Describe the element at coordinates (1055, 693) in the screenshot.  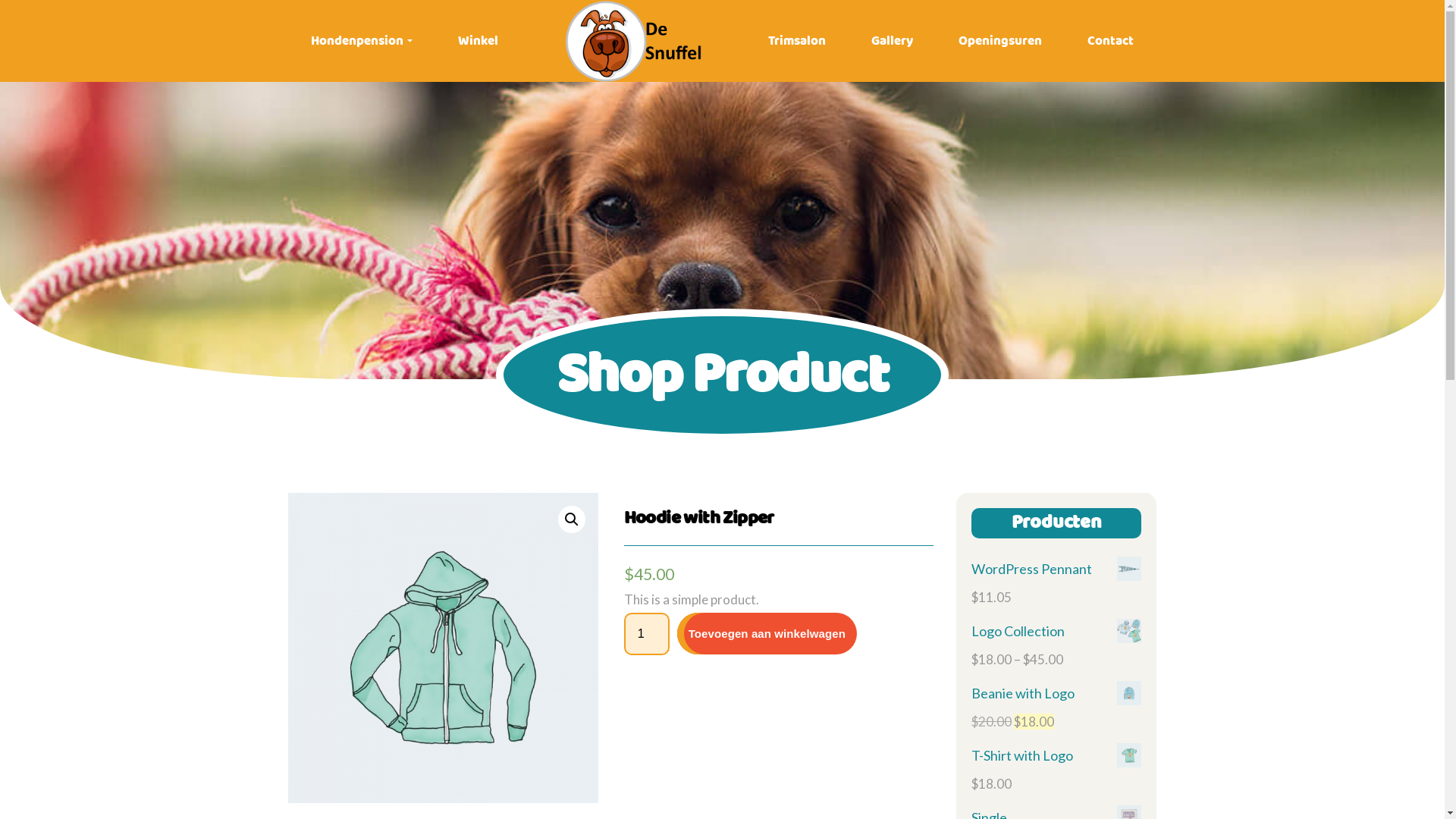
I see `'Beanie with Logo'` at that location.